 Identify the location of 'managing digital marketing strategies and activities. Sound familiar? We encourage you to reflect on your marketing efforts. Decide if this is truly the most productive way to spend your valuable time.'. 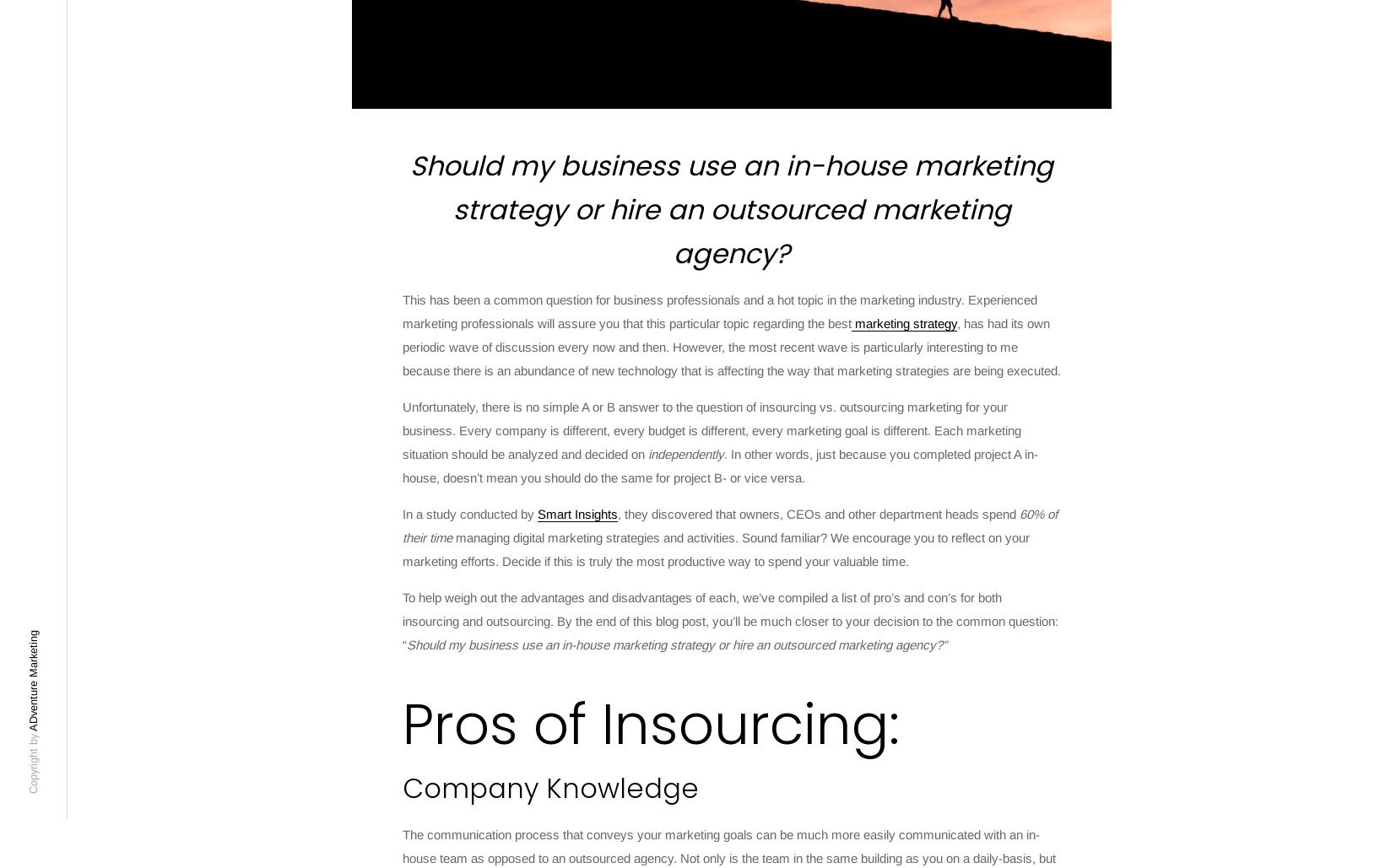
(715, 549).